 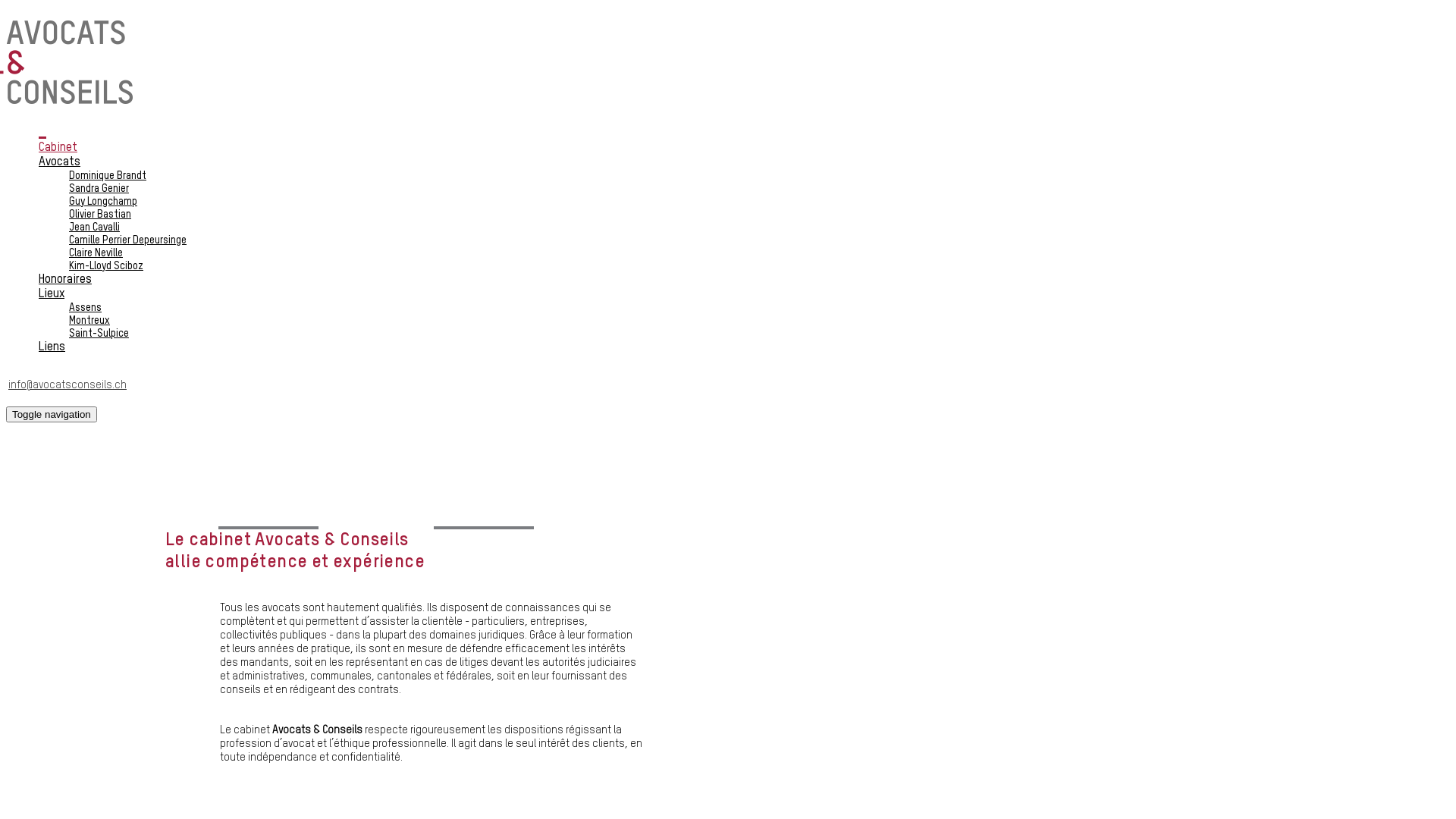 What do you see at coordinates (64, 280) in the screenshot?
I see `'Honoraires'` at bounding box center [64, 280].